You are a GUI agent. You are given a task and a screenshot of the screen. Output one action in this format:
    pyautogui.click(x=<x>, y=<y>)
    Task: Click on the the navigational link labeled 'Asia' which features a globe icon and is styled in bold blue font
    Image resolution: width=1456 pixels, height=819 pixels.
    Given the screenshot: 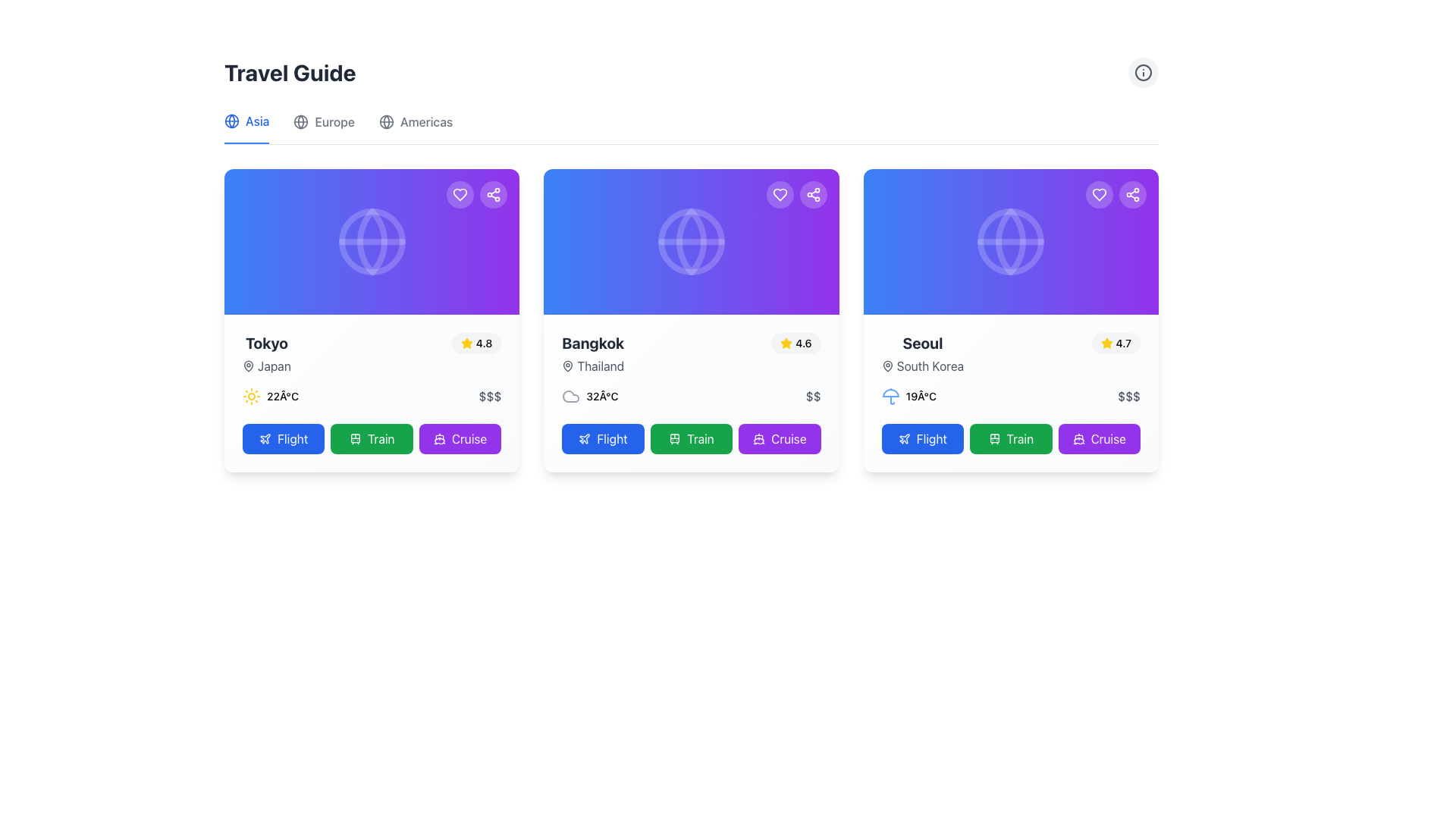 What is the action you would take?
    pyautogui.click(x=246, y=127)
    